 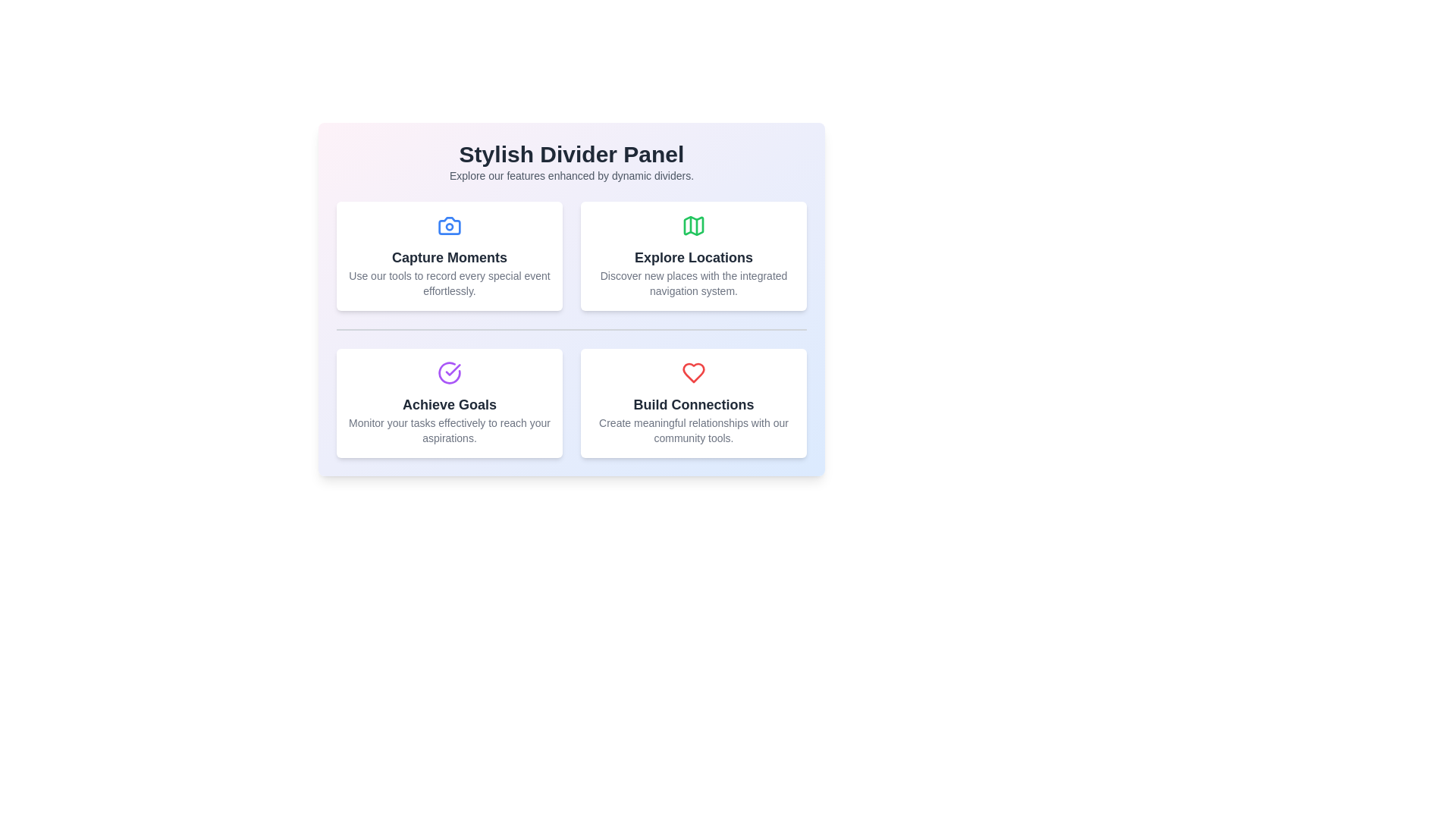 What do you see at coordinates (449, 256) in the screenshot?
I see `the rectangular card with a white background, blue camera icon, and the title 'Capture Moments' located in the top-left section of the grid layout` at bounding box center [449, 256].